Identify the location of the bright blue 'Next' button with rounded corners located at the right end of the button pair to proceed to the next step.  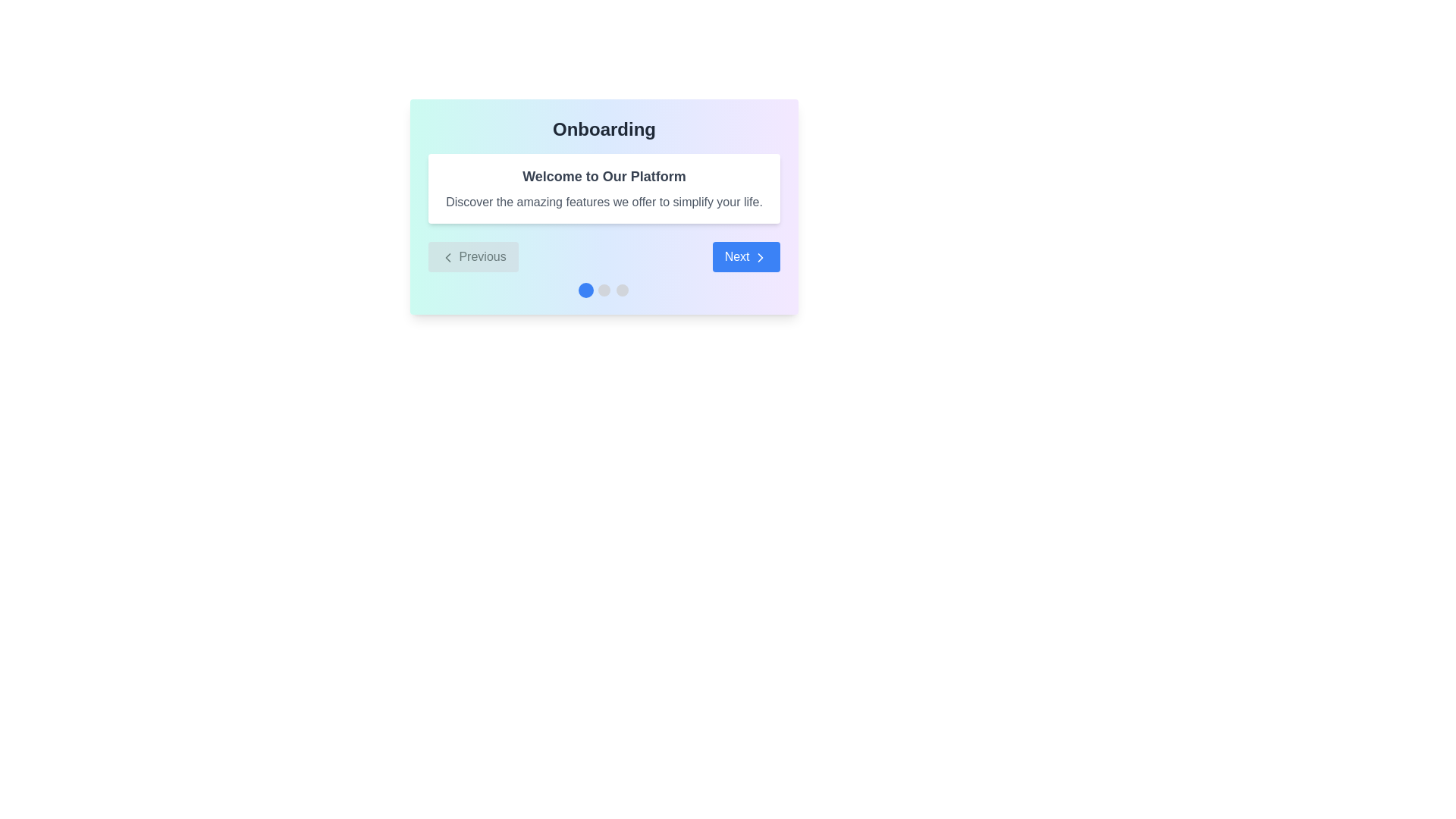
(745, 256).